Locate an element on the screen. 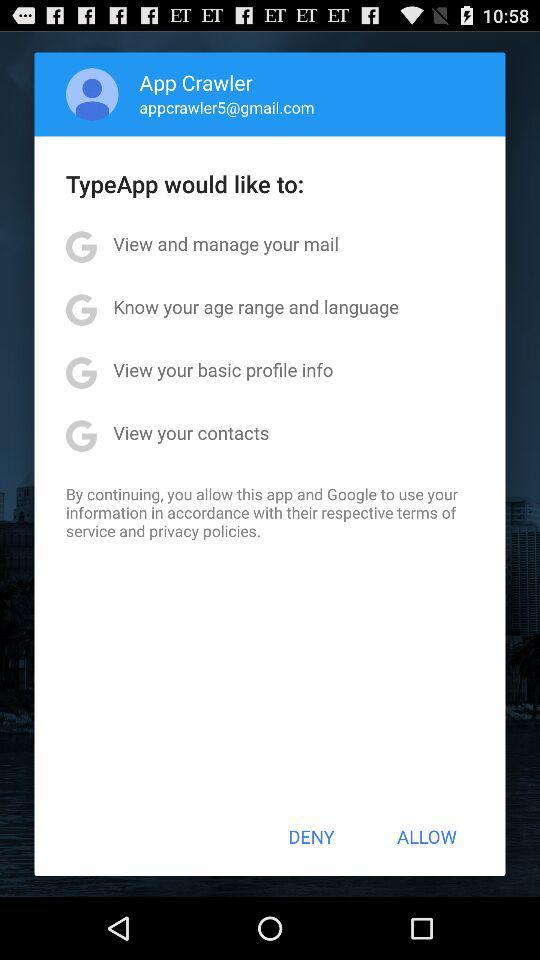 The height and width of the screenshot is (960, 540). item below view and manage app is located at coordinates (256, 306).